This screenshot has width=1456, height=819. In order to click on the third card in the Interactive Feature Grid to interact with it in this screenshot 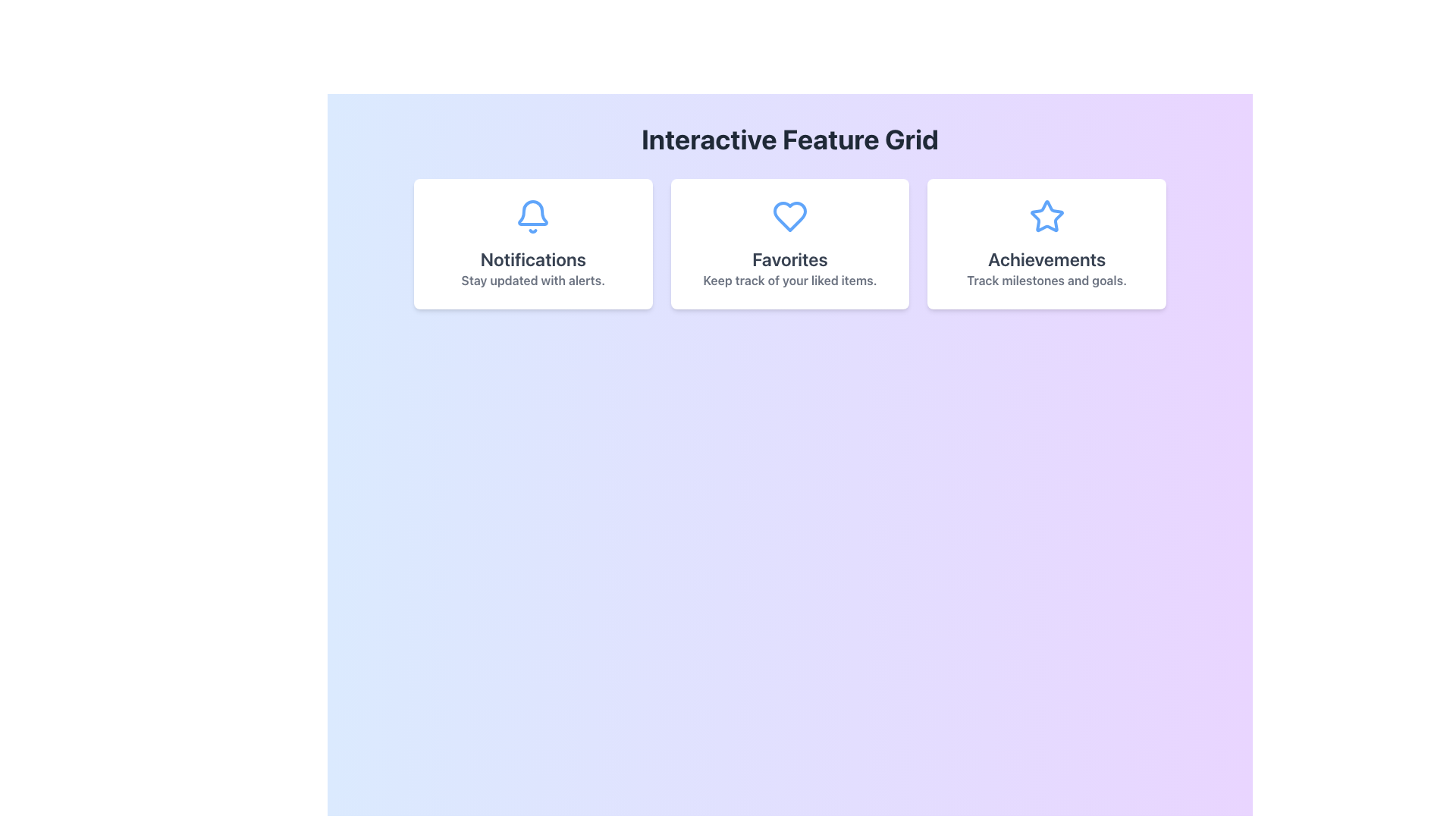, I will do `click(1046, 243)`.